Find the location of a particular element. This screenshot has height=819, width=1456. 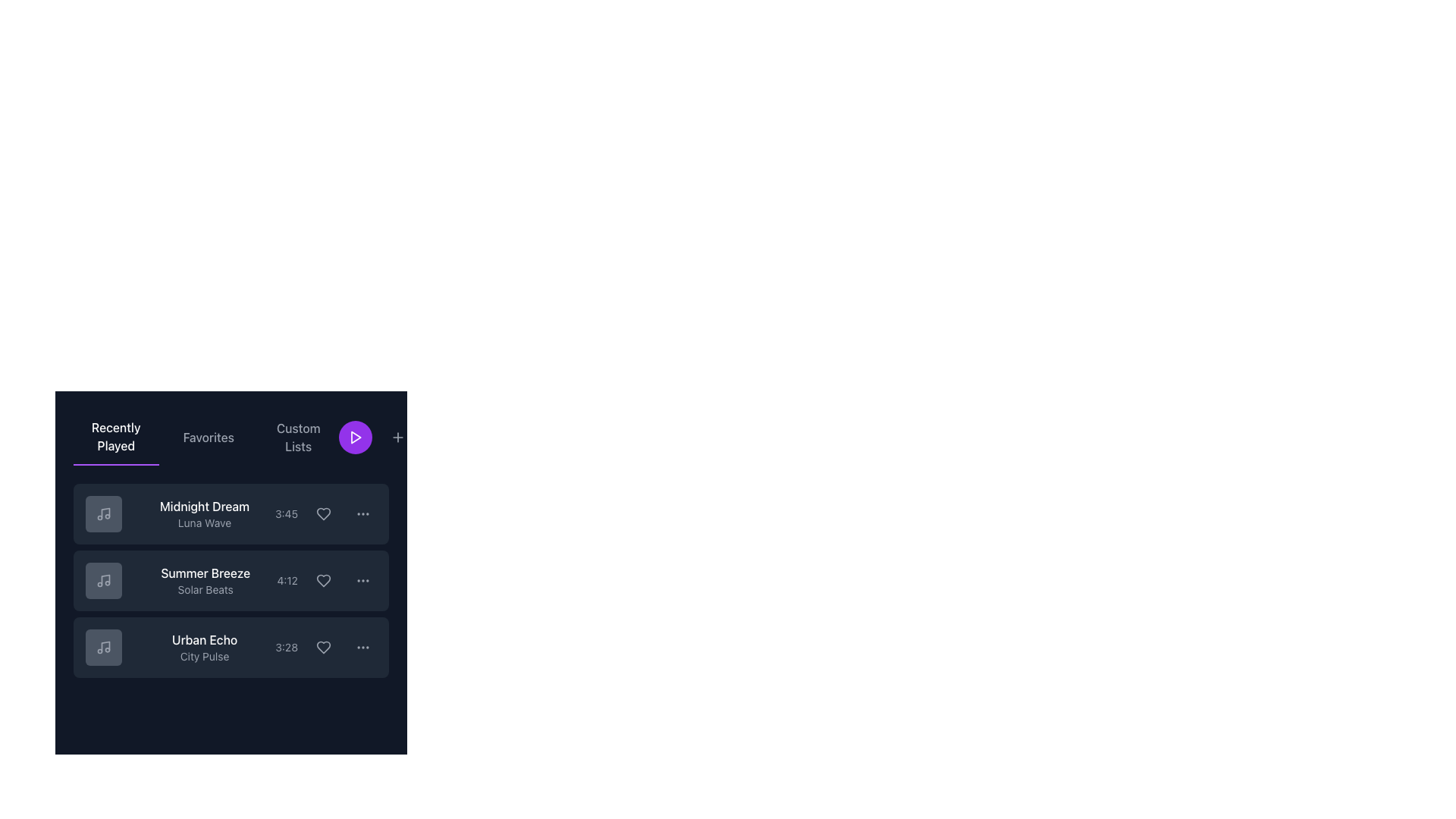

the '+' icon button located in the top-right section of the interface is located at coordinates (397, 438).